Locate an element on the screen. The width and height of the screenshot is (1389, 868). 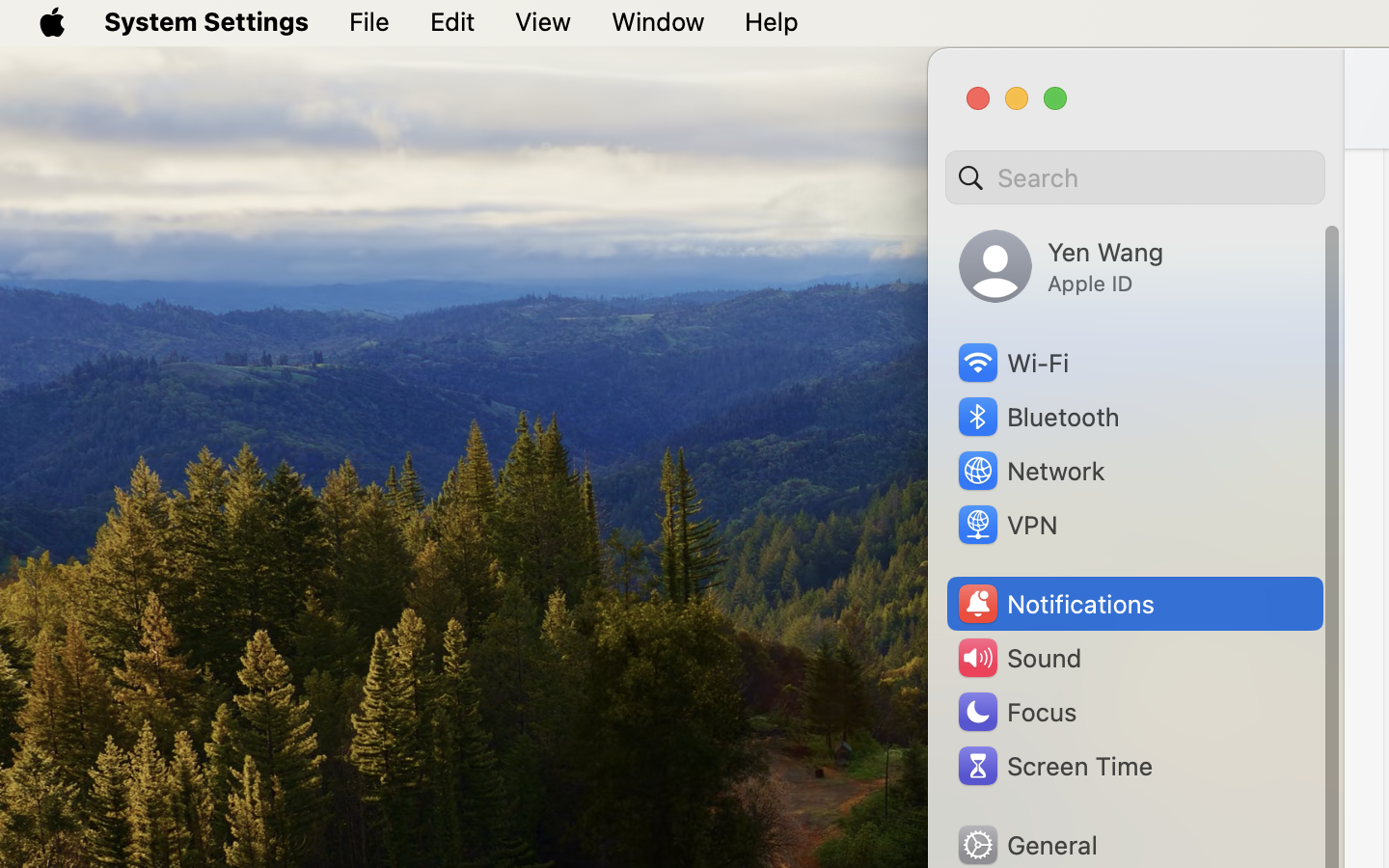
'Screen Time' is located at coordinates (1052, 765).